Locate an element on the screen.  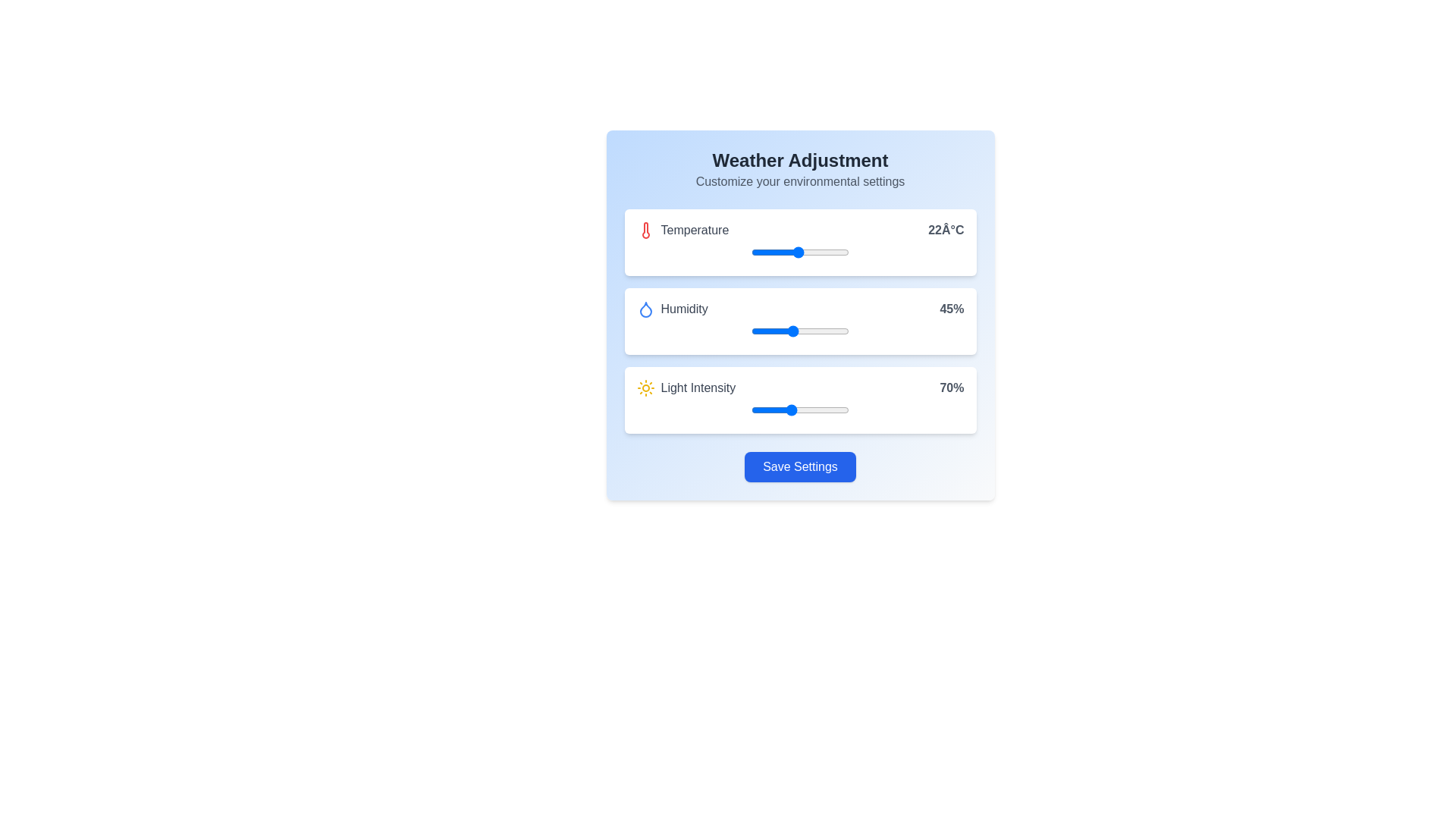
the humidity is located at coordinates (759, 330).